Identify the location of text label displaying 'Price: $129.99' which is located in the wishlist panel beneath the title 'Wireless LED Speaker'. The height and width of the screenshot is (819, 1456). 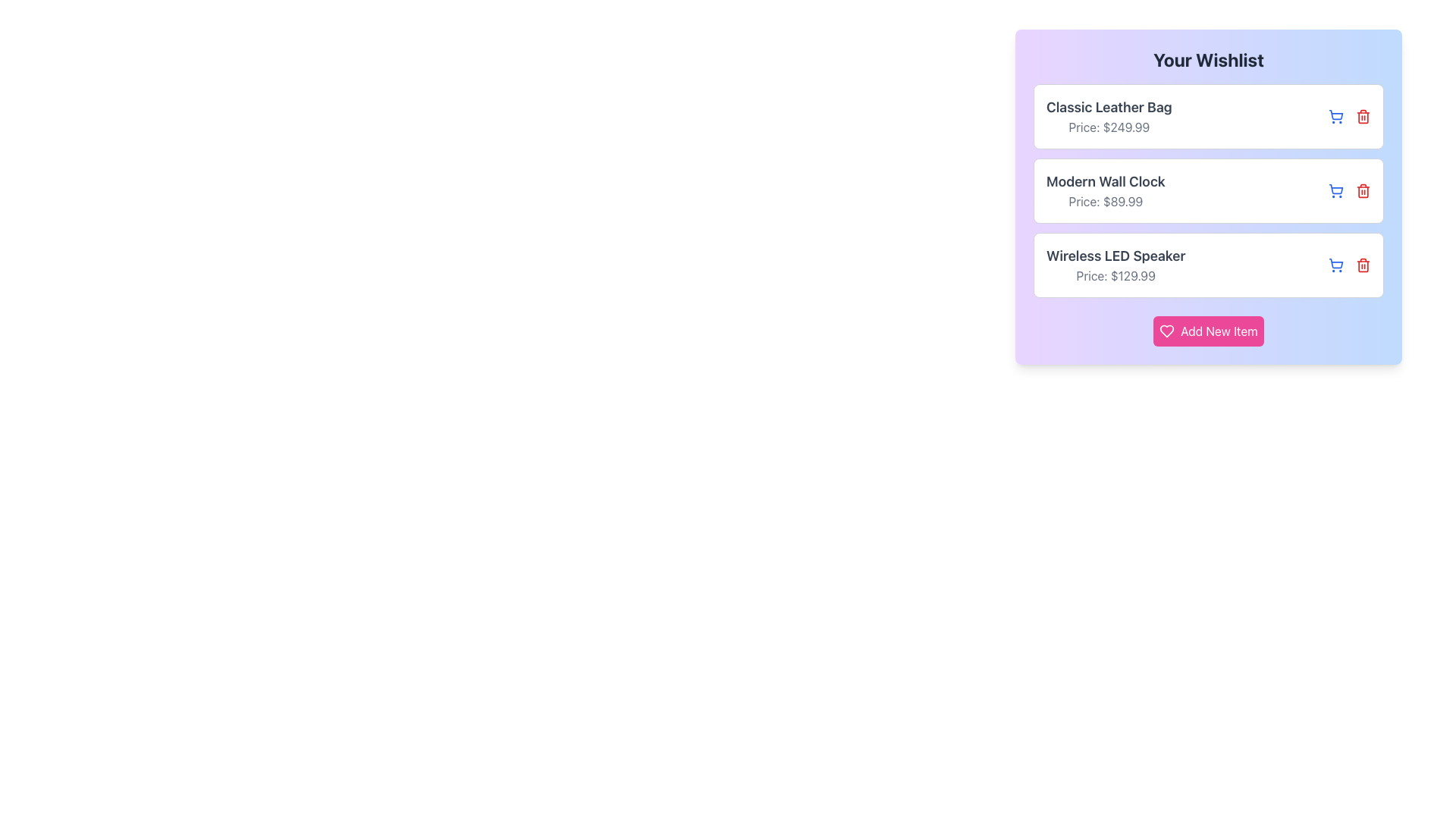
(1116, 275).